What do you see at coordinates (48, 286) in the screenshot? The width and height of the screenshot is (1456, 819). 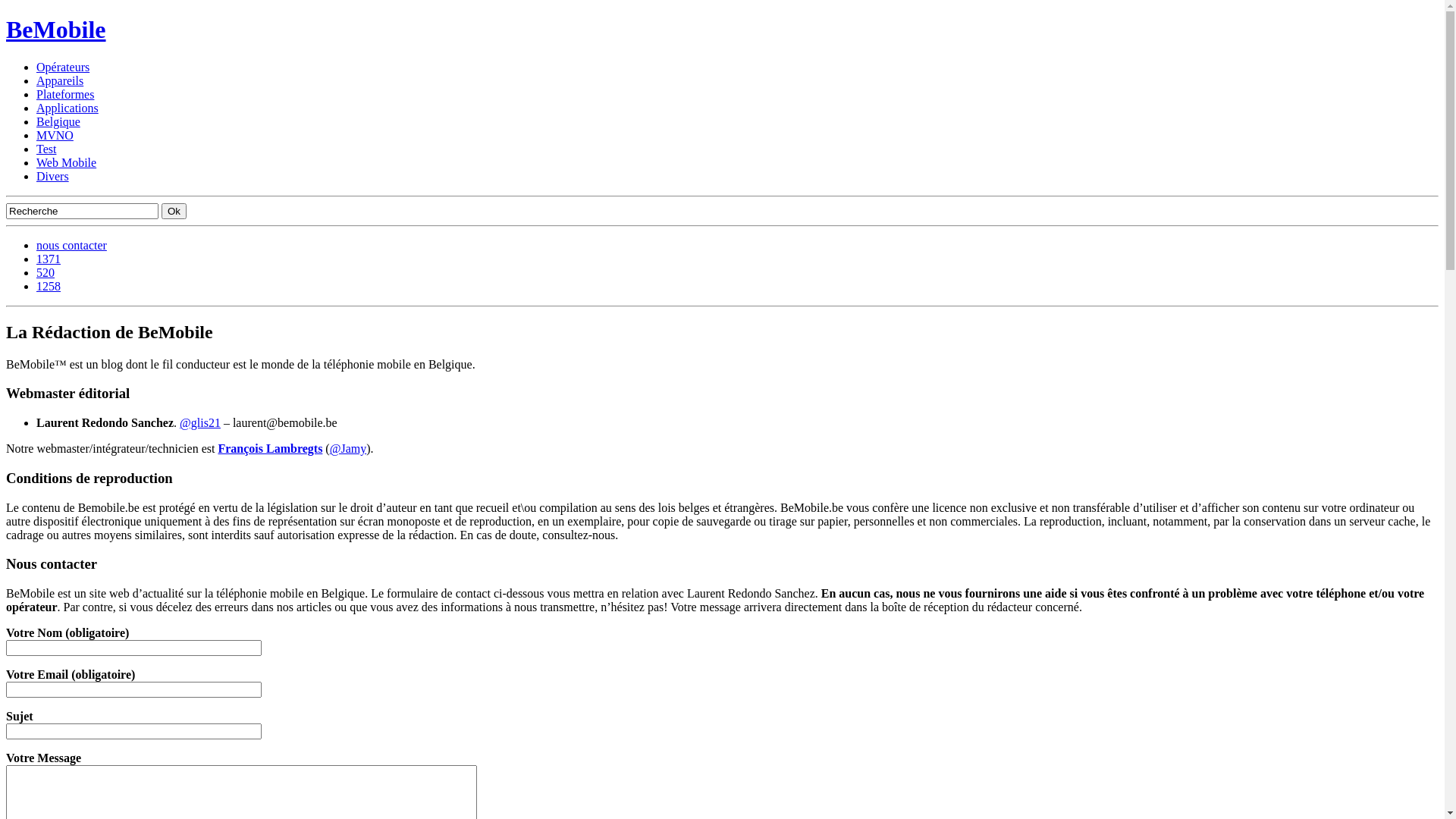 I see `'1258'` at bounding box center [48, 286].